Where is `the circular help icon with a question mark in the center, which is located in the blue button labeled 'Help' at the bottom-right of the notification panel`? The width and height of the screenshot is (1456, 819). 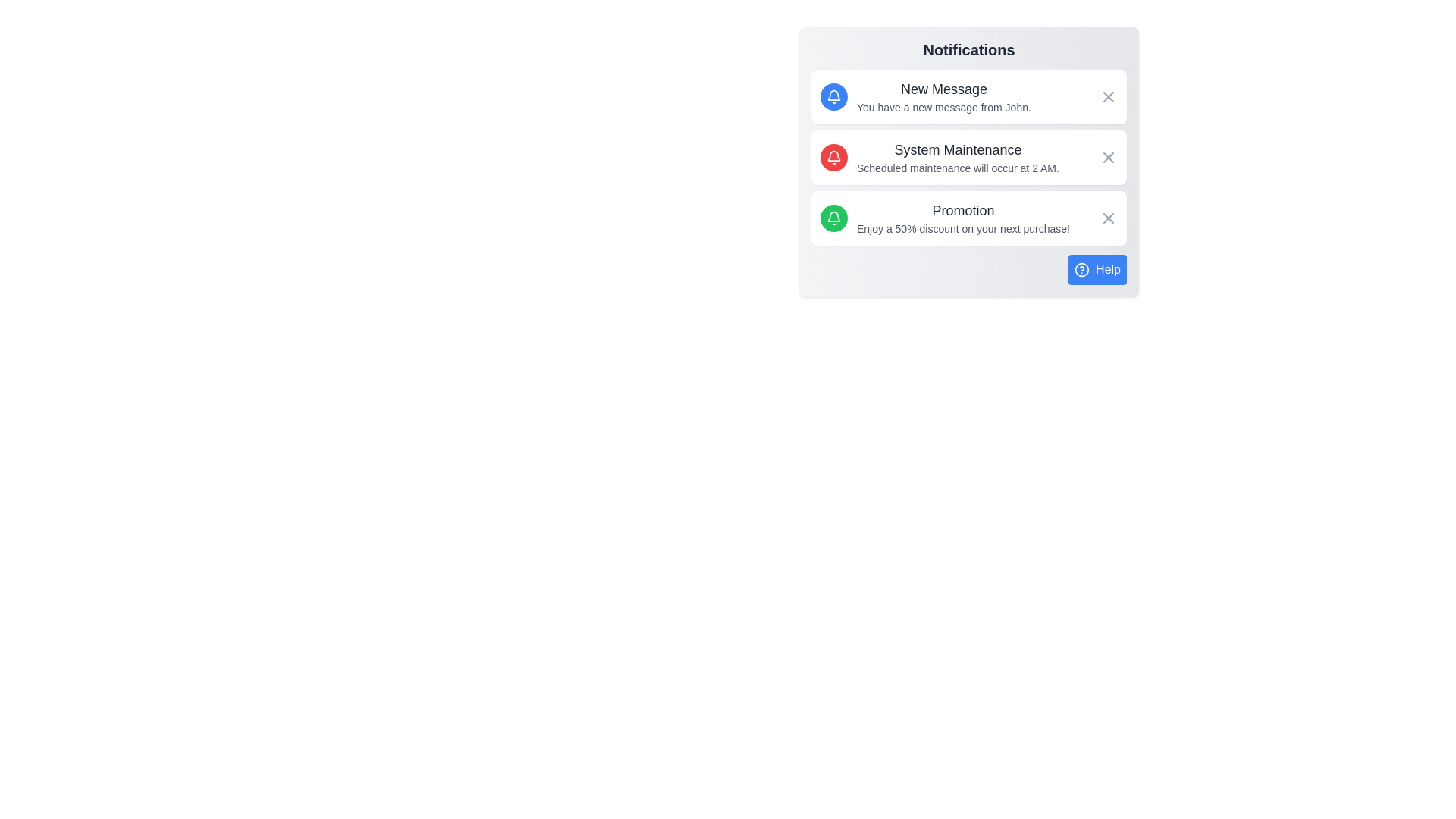 the circular help icon with a question mark in the center, which is located in the blue button labeled 'Help' at the bottom-right of the notification panel is located at coordinates (1081, 268).